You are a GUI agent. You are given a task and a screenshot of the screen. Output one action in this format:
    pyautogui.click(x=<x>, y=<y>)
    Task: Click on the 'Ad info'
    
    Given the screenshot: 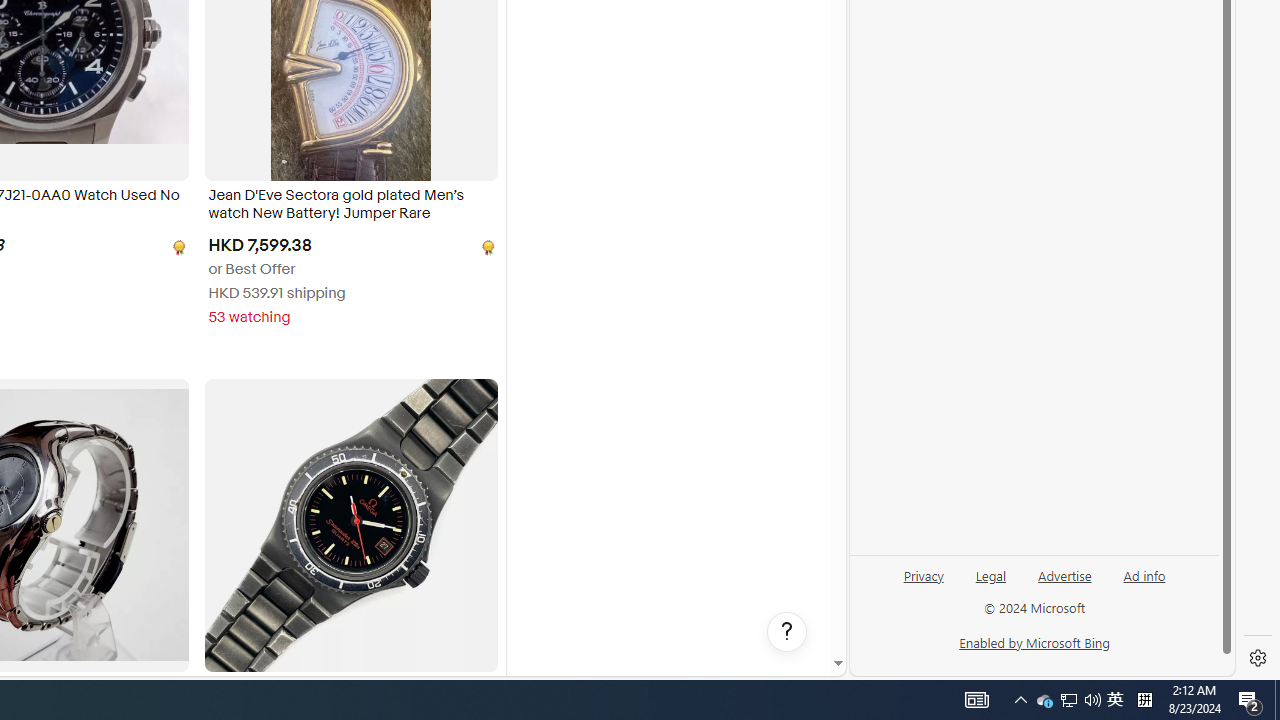 What is the action you would take?
    pyautogui.click(x=1144, y=583)
    